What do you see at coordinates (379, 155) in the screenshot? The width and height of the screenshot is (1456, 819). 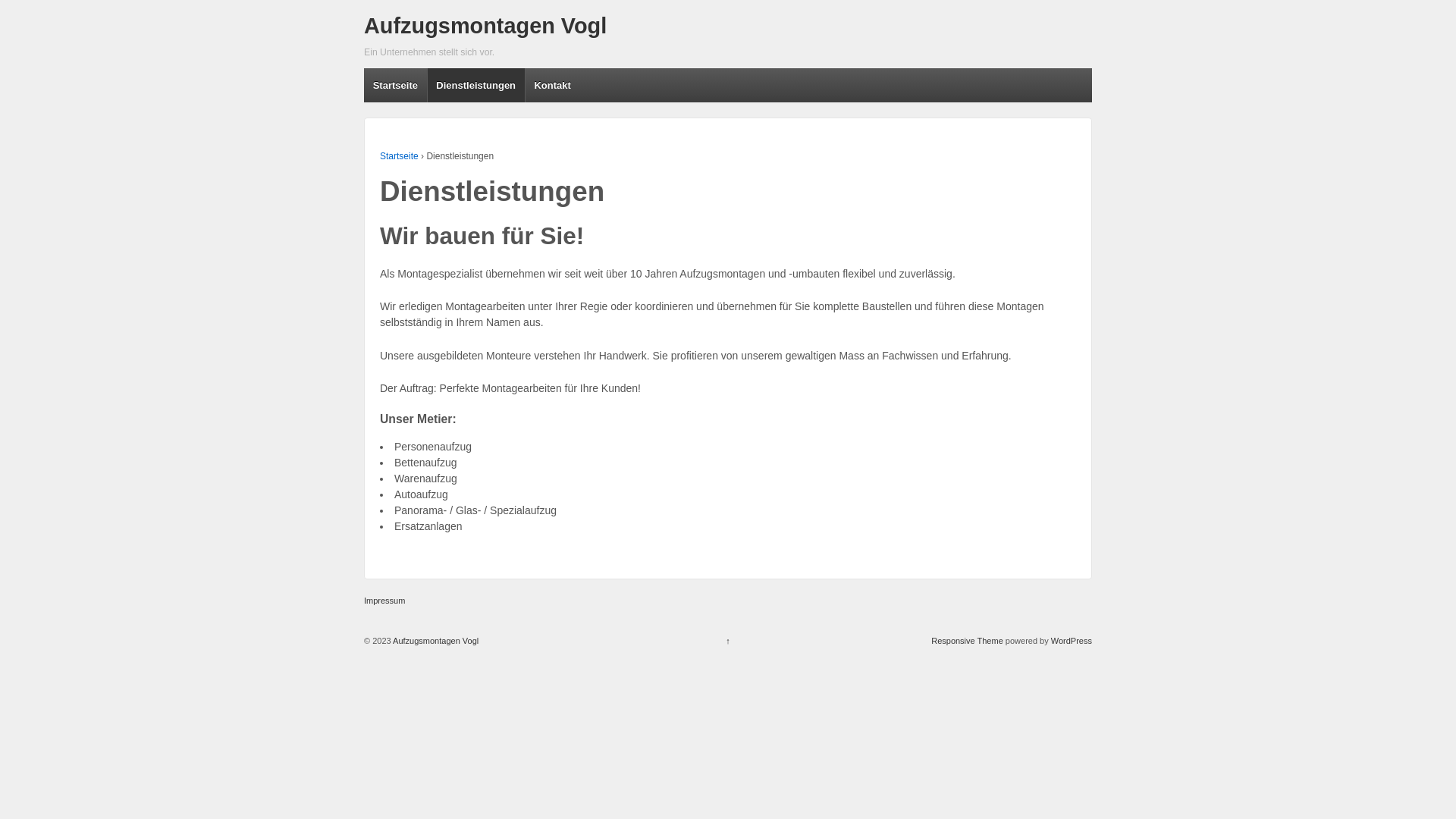 I see `'Startseite'` at bounding box center [379, 155].